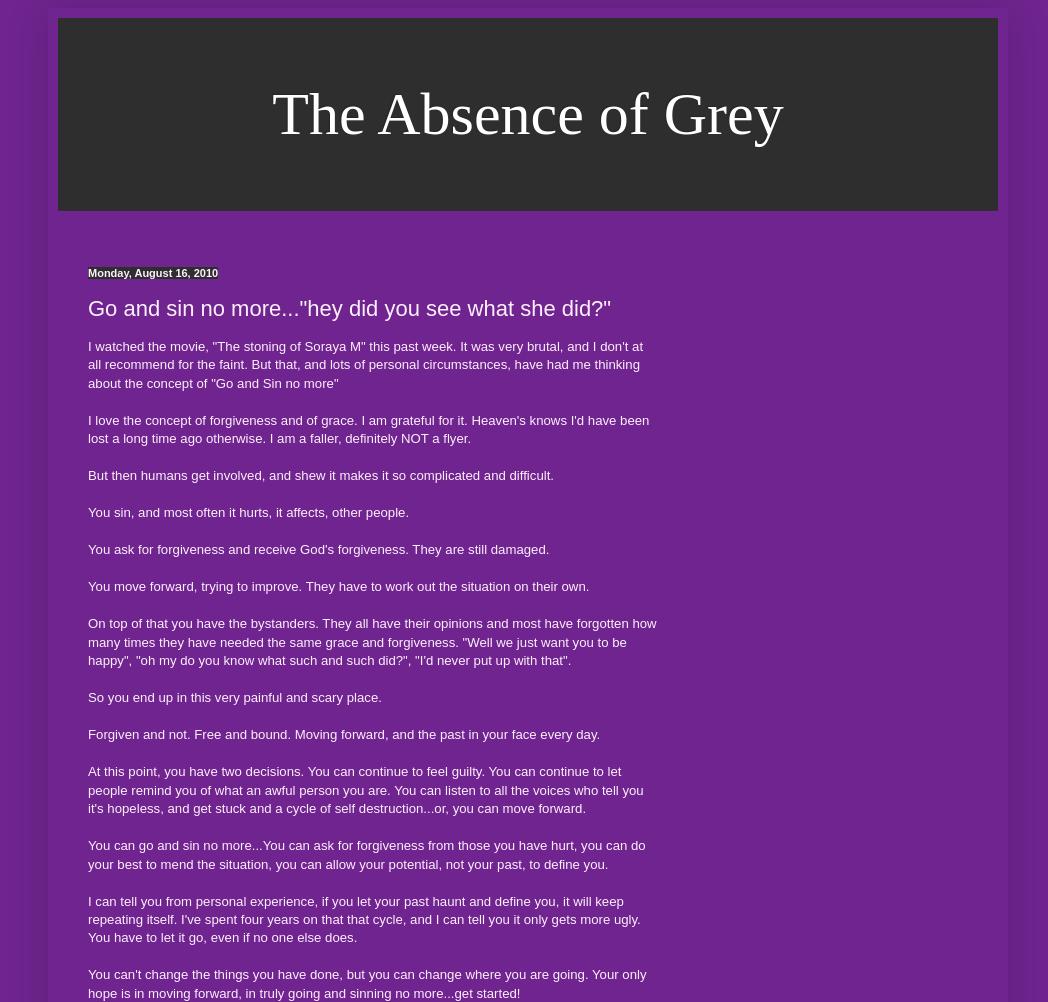 The width and height of the screenshot is (1048, 1002). Describe the element at coordinates (364, 788) in the screenshot. I see `'At this point, you have two decisions. You can continue to feel guilty. You can continue to let people remind you of what an awful person you are. You can listen to all the voices who tell you it's hopeless, and get stuck and a cycle of self destruction...or, you can move forward.'` at that location.